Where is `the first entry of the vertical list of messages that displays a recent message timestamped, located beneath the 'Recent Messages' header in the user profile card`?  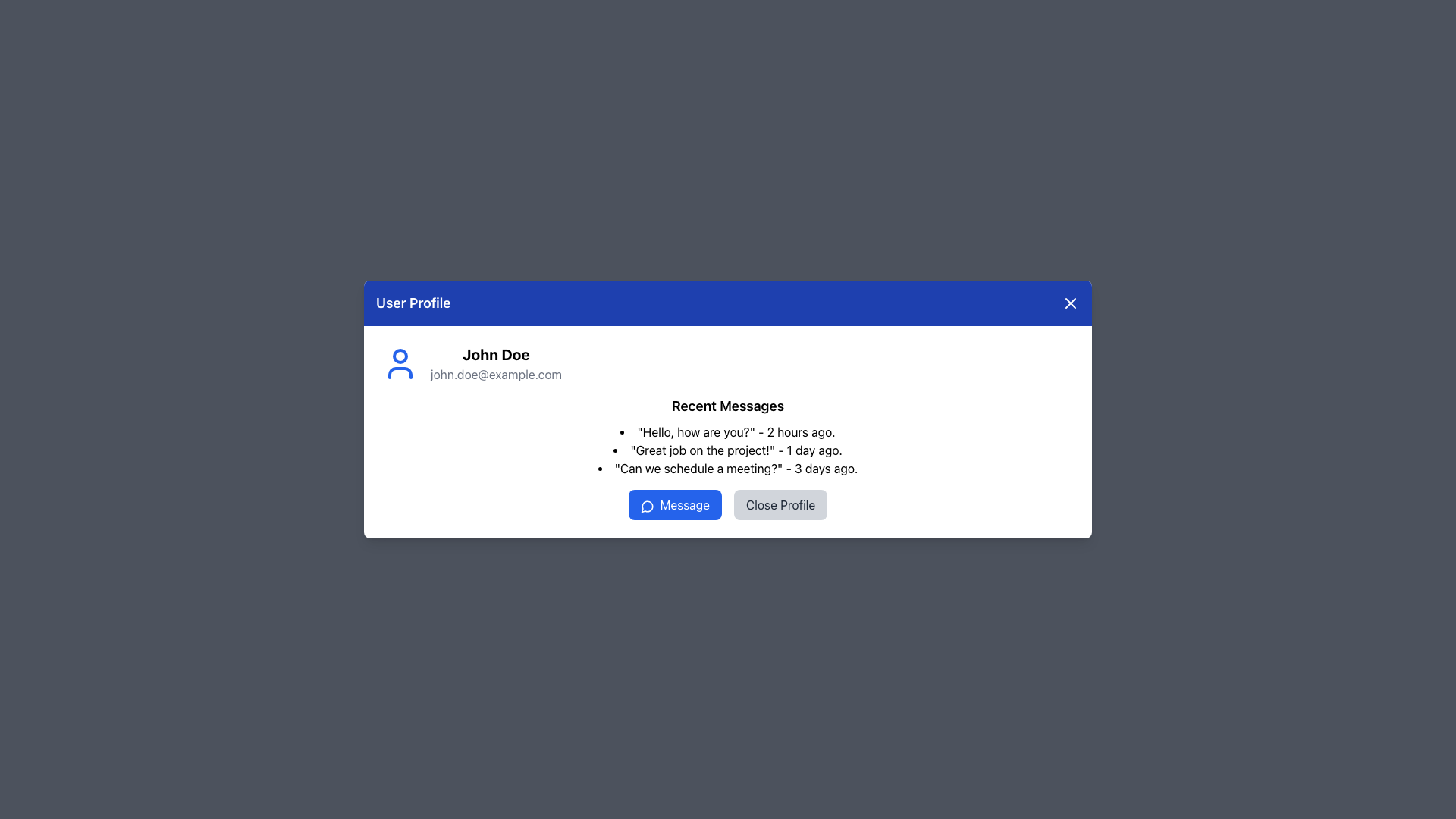
the first entry of the vertical list of messages that displays a recent message timestamped, located beneath the 'Recent Messages' header in the user profile card is located at coordinates (728, 432).